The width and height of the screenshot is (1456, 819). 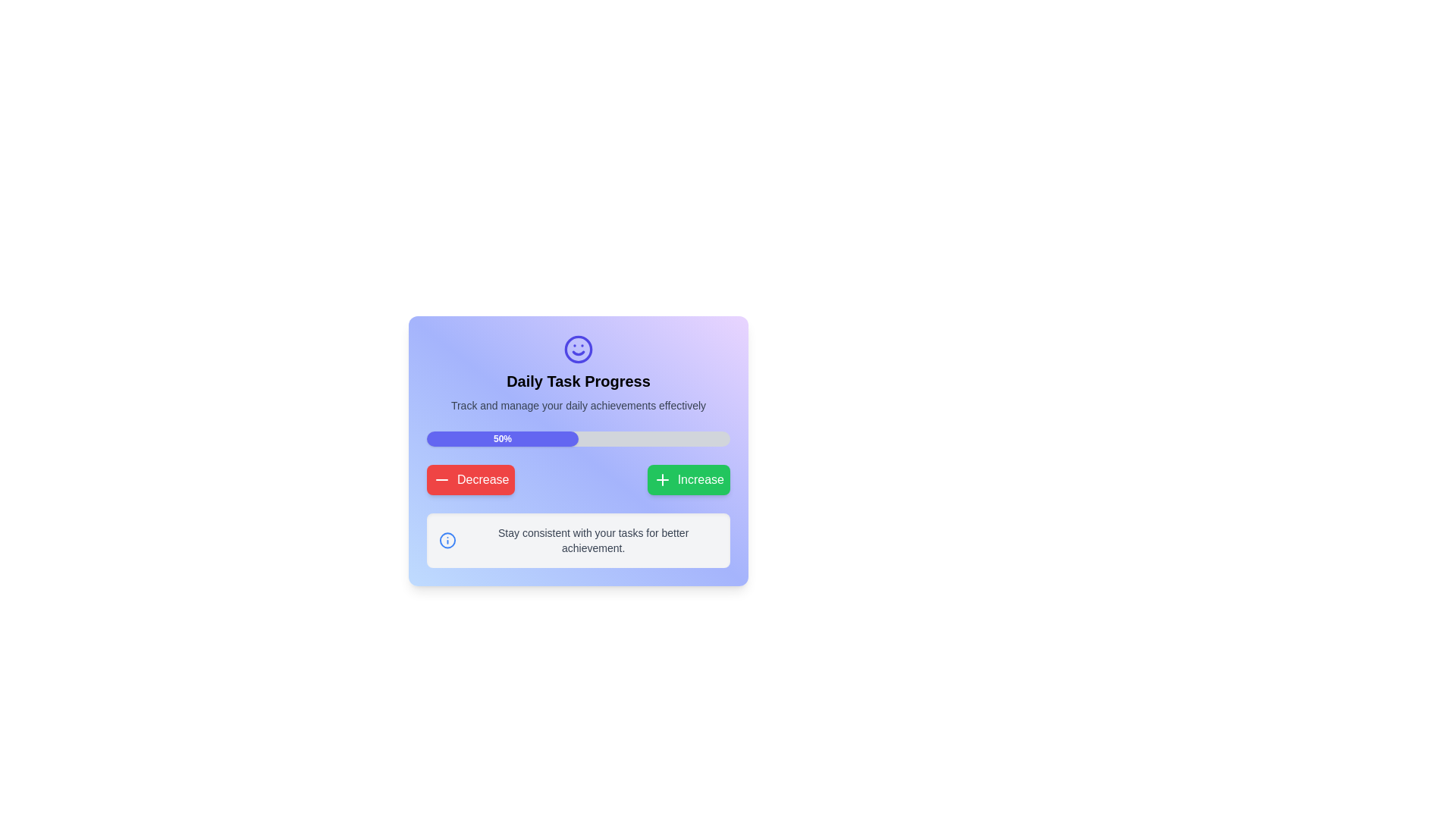 What do you see at coordinates (578, 438) in the screenshot?
I see `the Progress Bar that visually represents a percentage value of 50%, located under the title 'Daily Task Progress' and above the 'Decrease' and 'Increase' buttons` at bounding box center [578, 438].